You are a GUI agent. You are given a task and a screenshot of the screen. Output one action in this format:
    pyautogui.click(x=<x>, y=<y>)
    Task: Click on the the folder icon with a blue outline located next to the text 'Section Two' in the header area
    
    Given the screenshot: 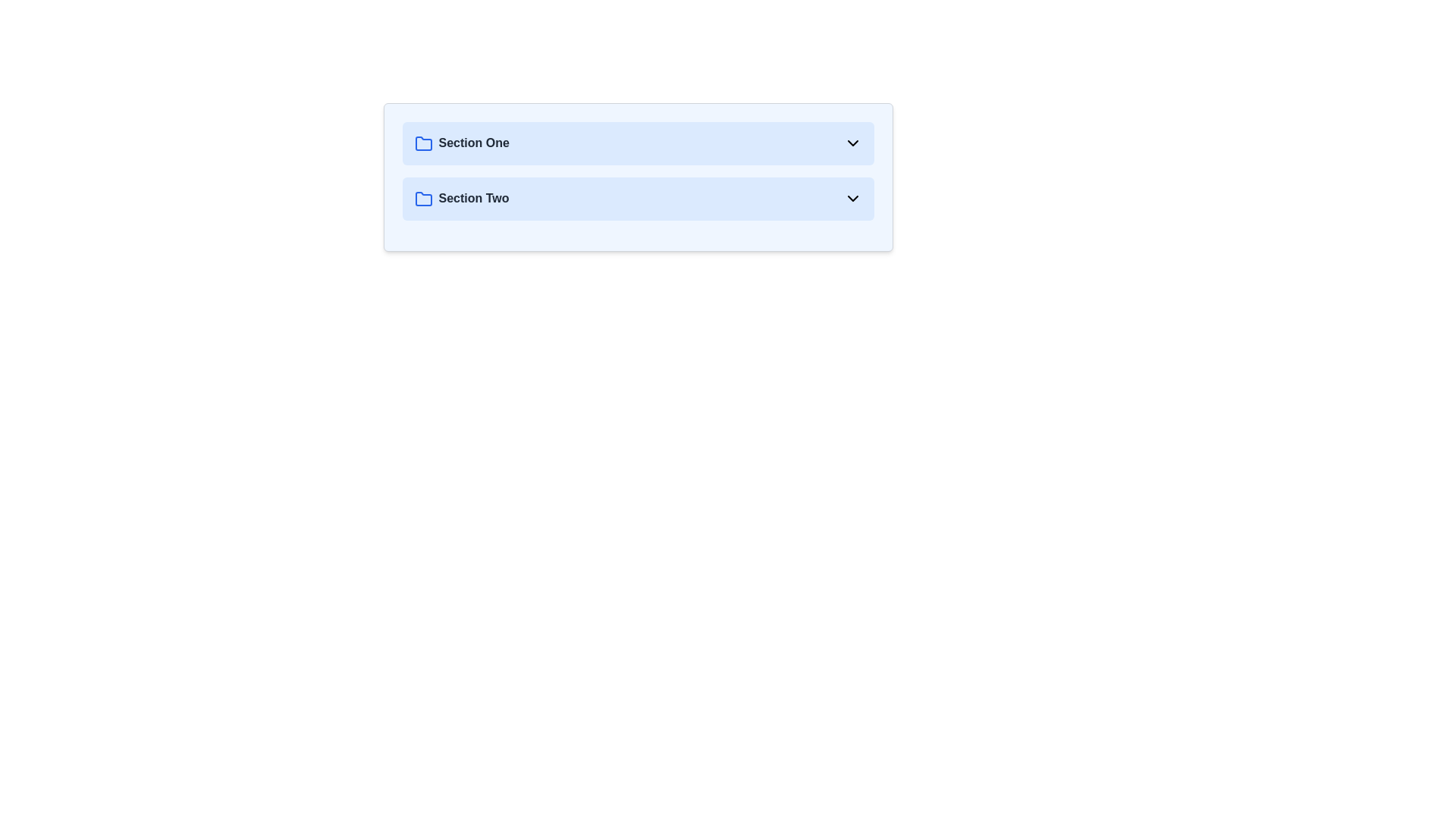 What is the action you would take?
    pyautogui.click(x=423, y=198)
    